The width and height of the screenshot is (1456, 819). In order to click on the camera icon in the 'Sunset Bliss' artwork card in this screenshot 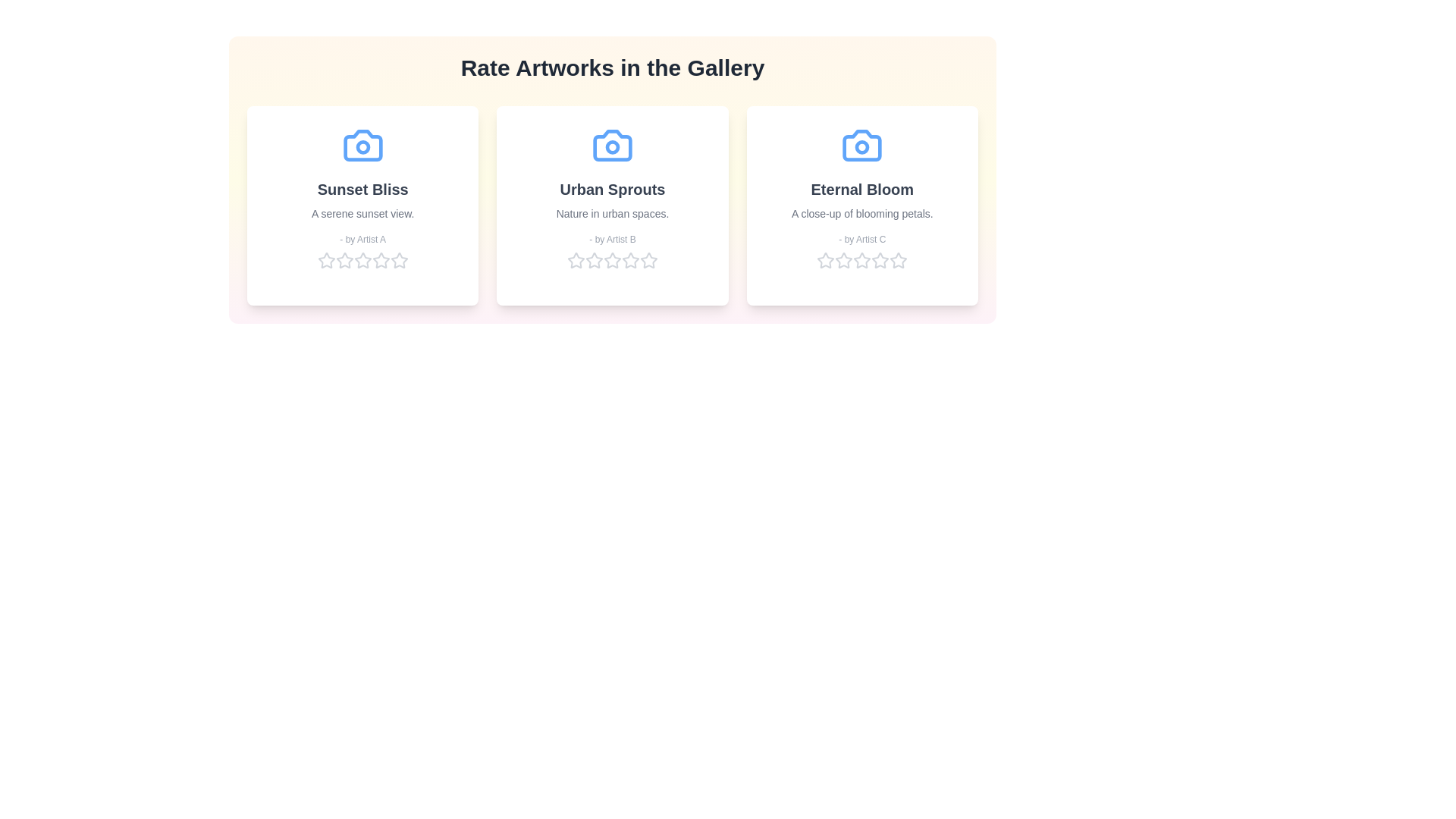, I will do `click(362, 146)`.